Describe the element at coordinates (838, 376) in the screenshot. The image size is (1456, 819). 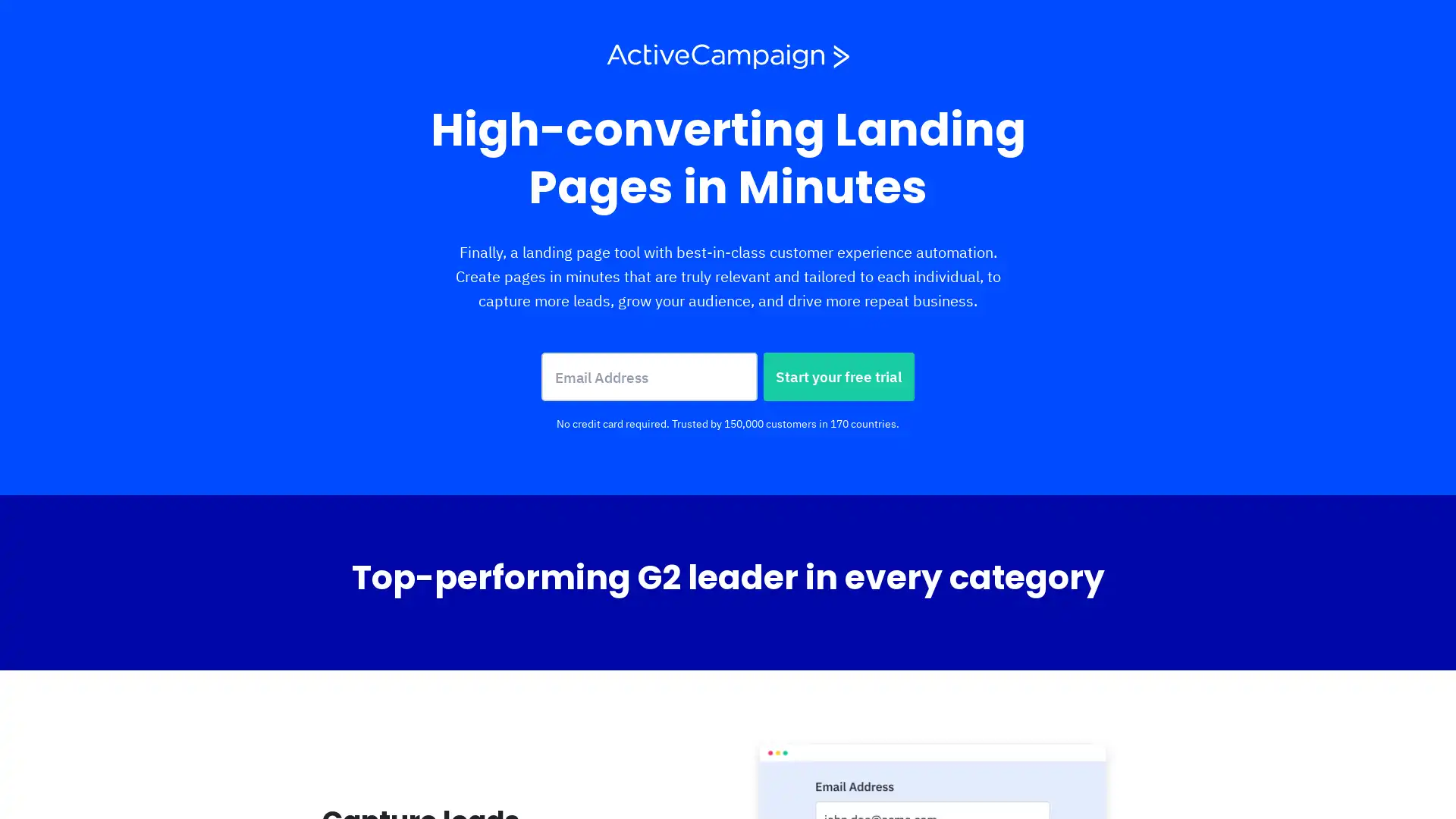
I see `Start your free trial` at that location.